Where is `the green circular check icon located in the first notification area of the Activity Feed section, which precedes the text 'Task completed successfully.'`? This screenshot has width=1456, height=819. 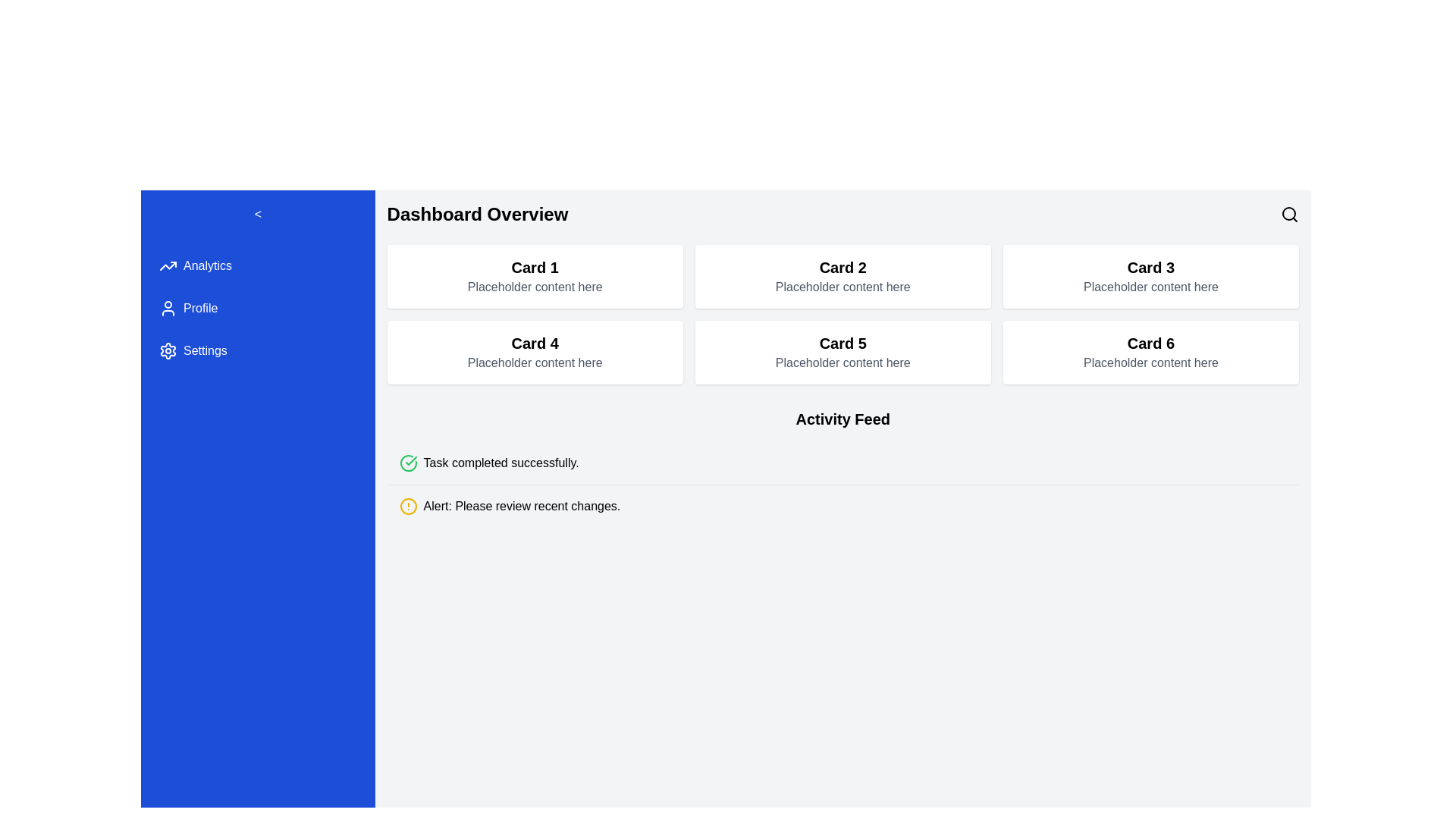
the green circular check icon located in the first notification area of the Activity Feed section, which precedes the text 'Task completed successfully.' is located at coordinates (408, 462).